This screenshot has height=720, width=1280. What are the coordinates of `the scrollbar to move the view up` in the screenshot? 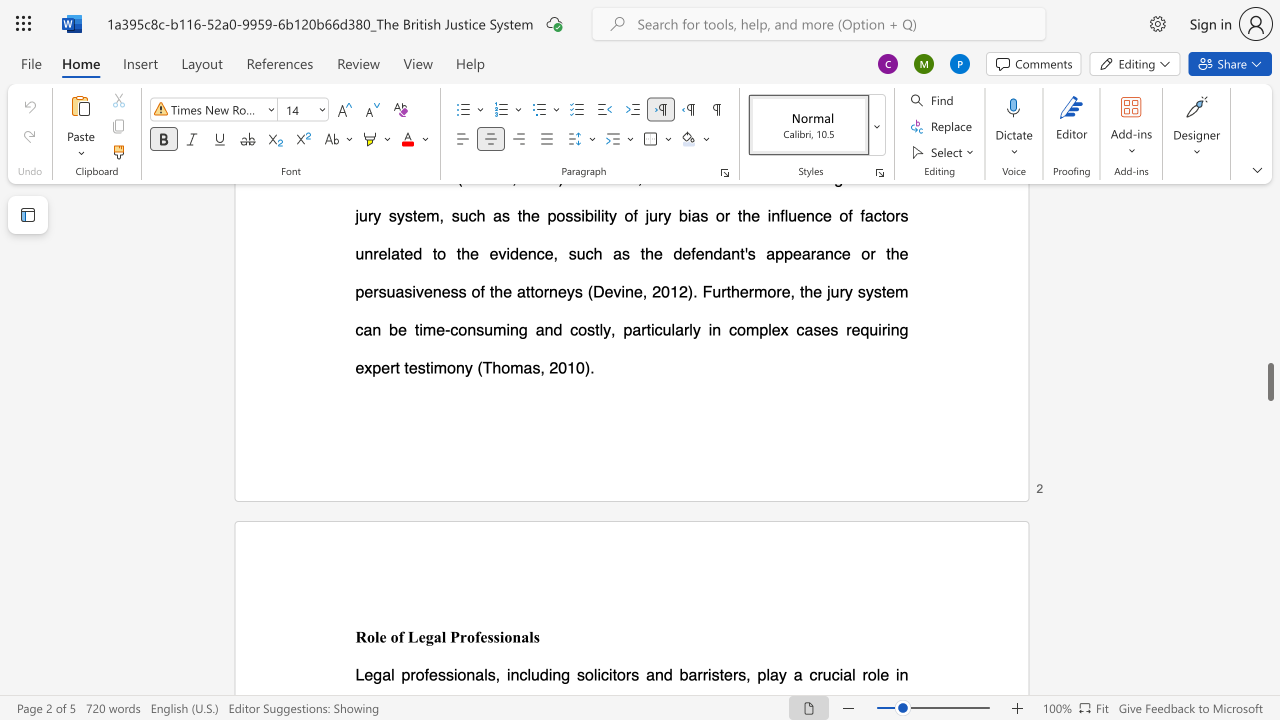 It's located at (1269, 280).